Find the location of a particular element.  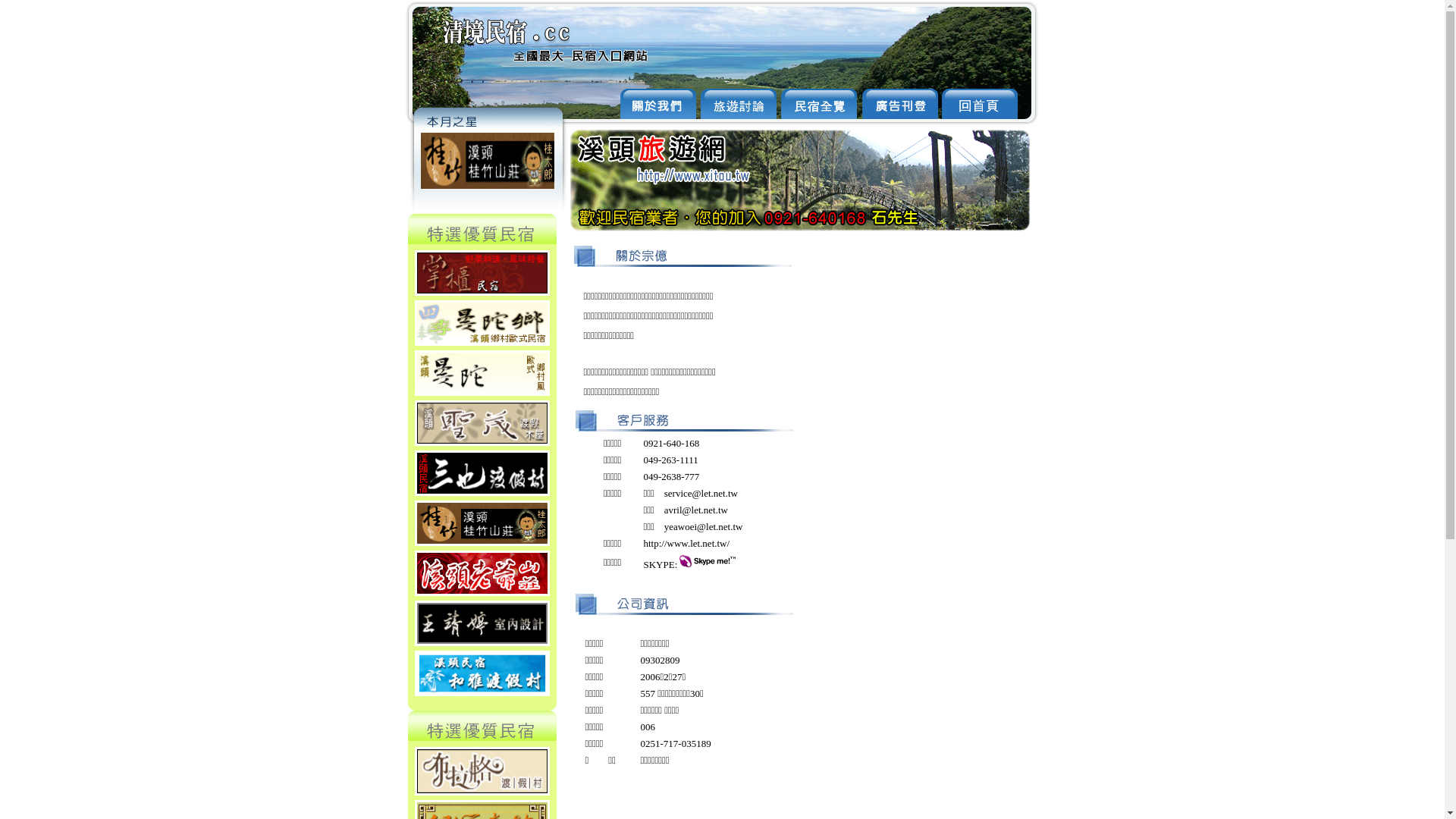

'http://www.let.net.tw/' is located at coordinates (686, 542).